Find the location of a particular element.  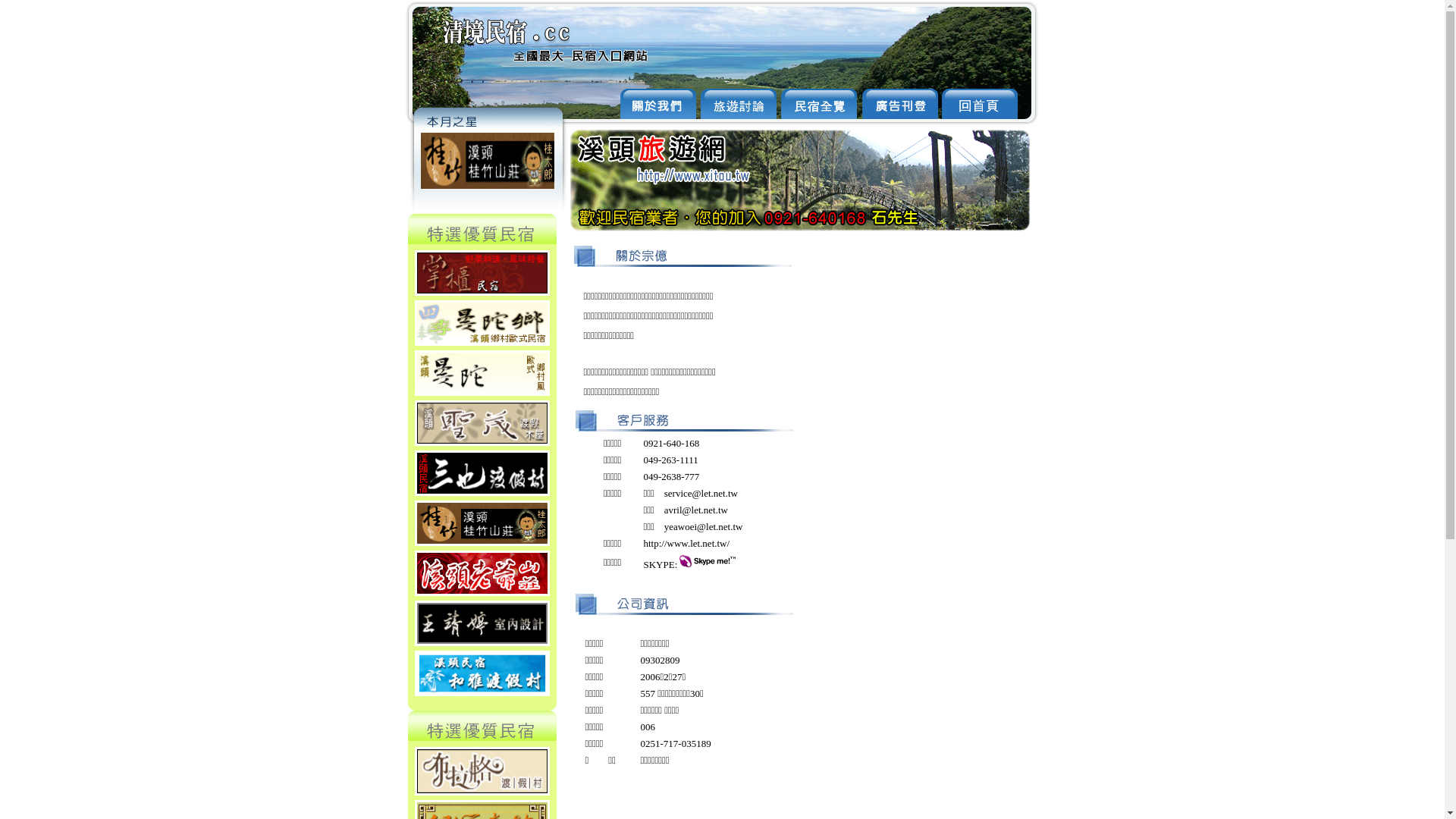

'http://www.let.net.tw/' is located at coordinates (686, 542).